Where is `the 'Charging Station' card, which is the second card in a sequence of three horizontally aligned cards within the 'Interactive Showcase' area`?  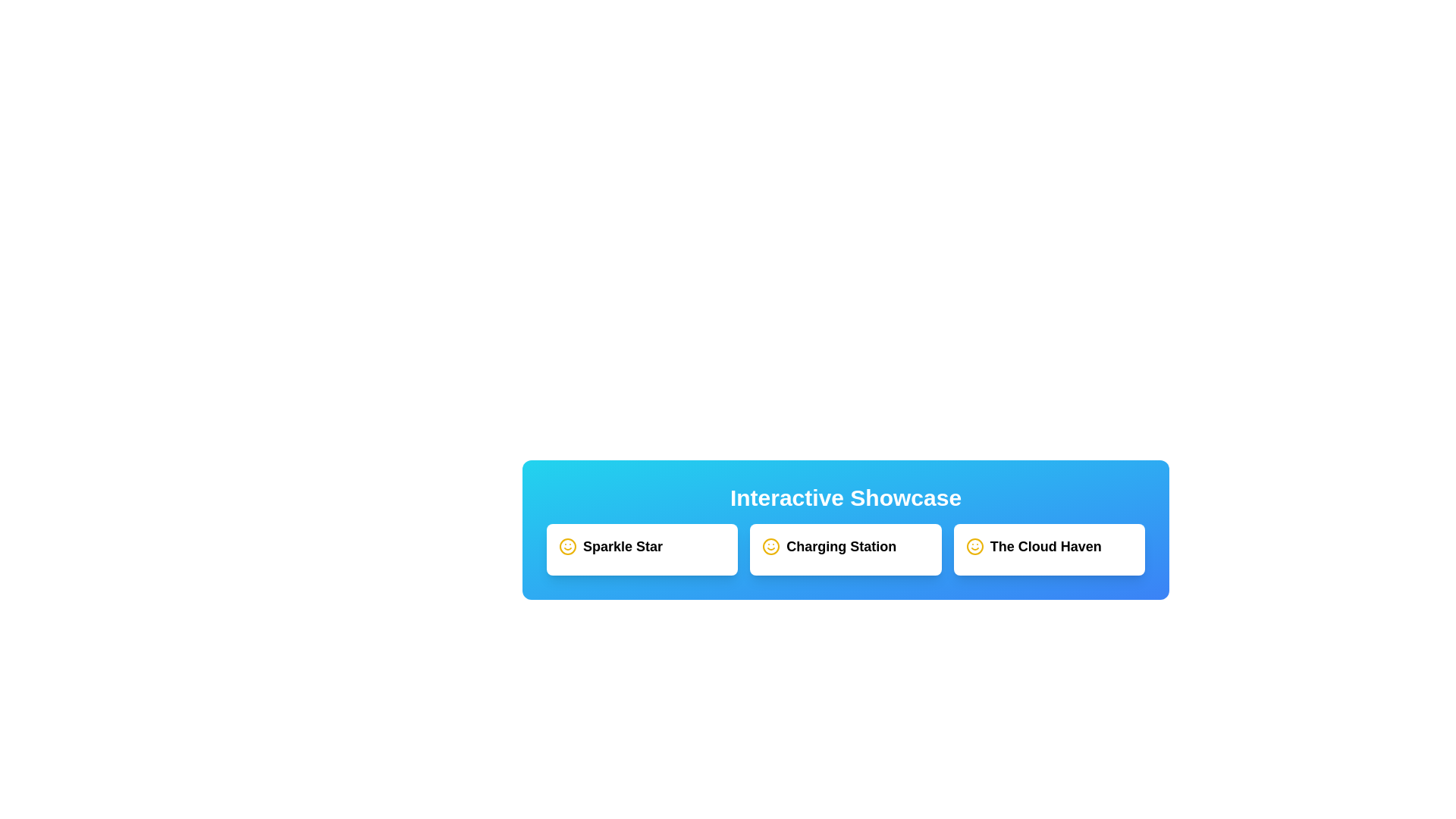 the 'Charging Station' card, which is the second card in a sequence of three horizontally aligned cards within the 'Interactive Showcase' area is located at coordinates (845, 550).